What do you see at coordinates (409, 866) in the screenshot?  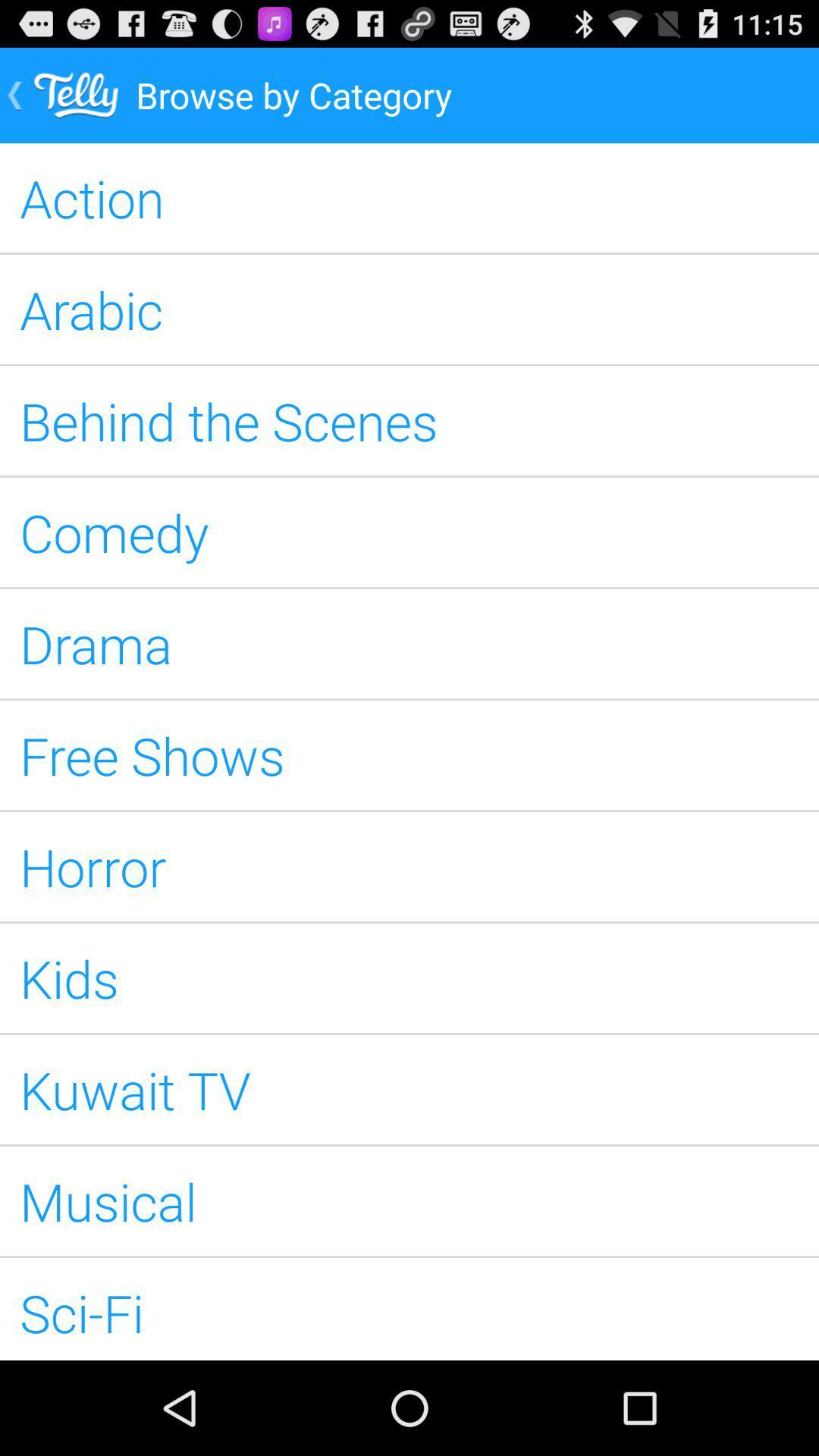 I see `the horror app` at bounding box center [409, 866].